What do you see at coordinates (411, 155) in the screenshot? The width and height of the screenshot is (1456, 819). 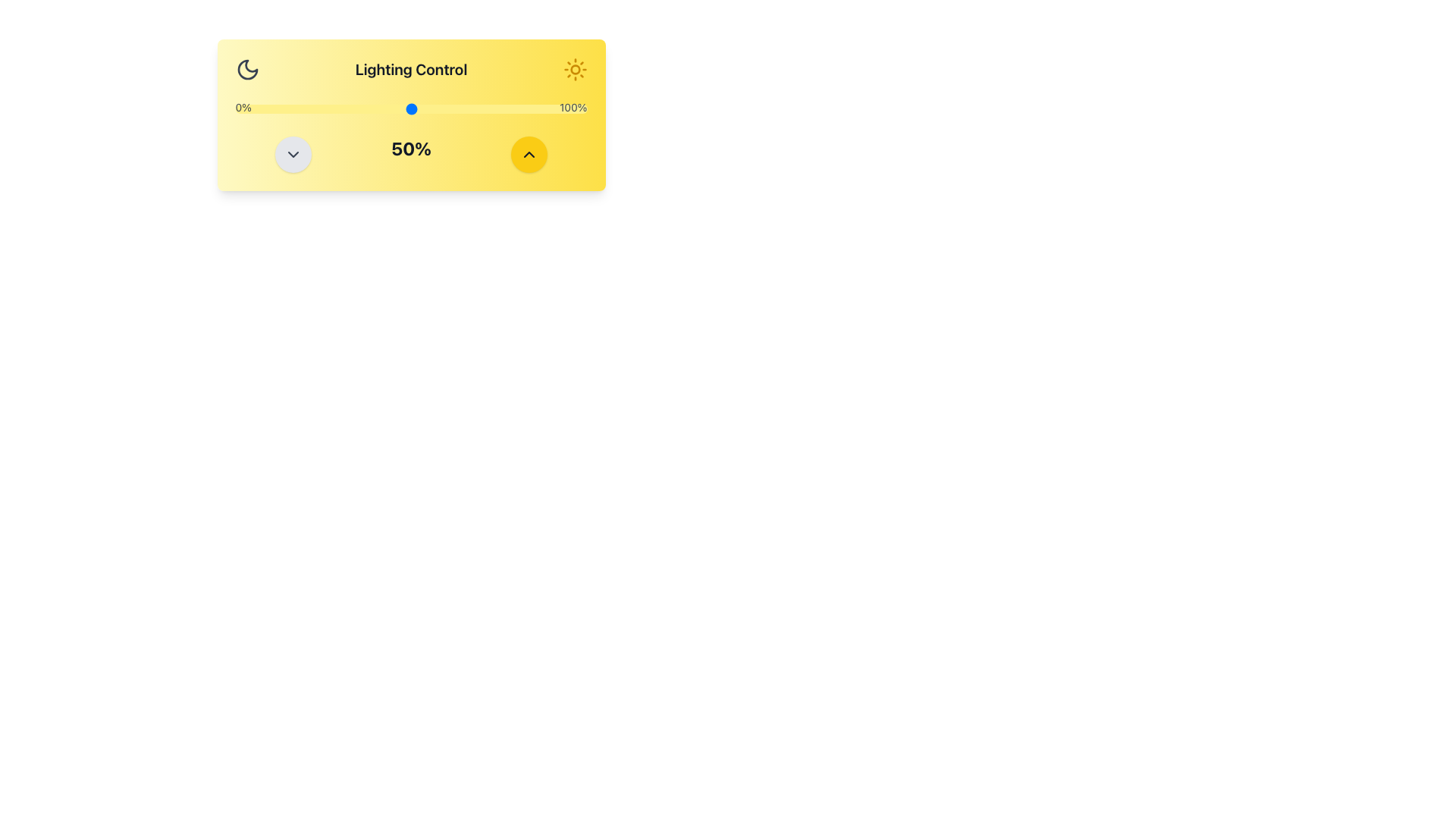 I see `the Display Text element that shows '50%' in bold, large font, centrally located between circular buttons` at bounding box center [411, 155].